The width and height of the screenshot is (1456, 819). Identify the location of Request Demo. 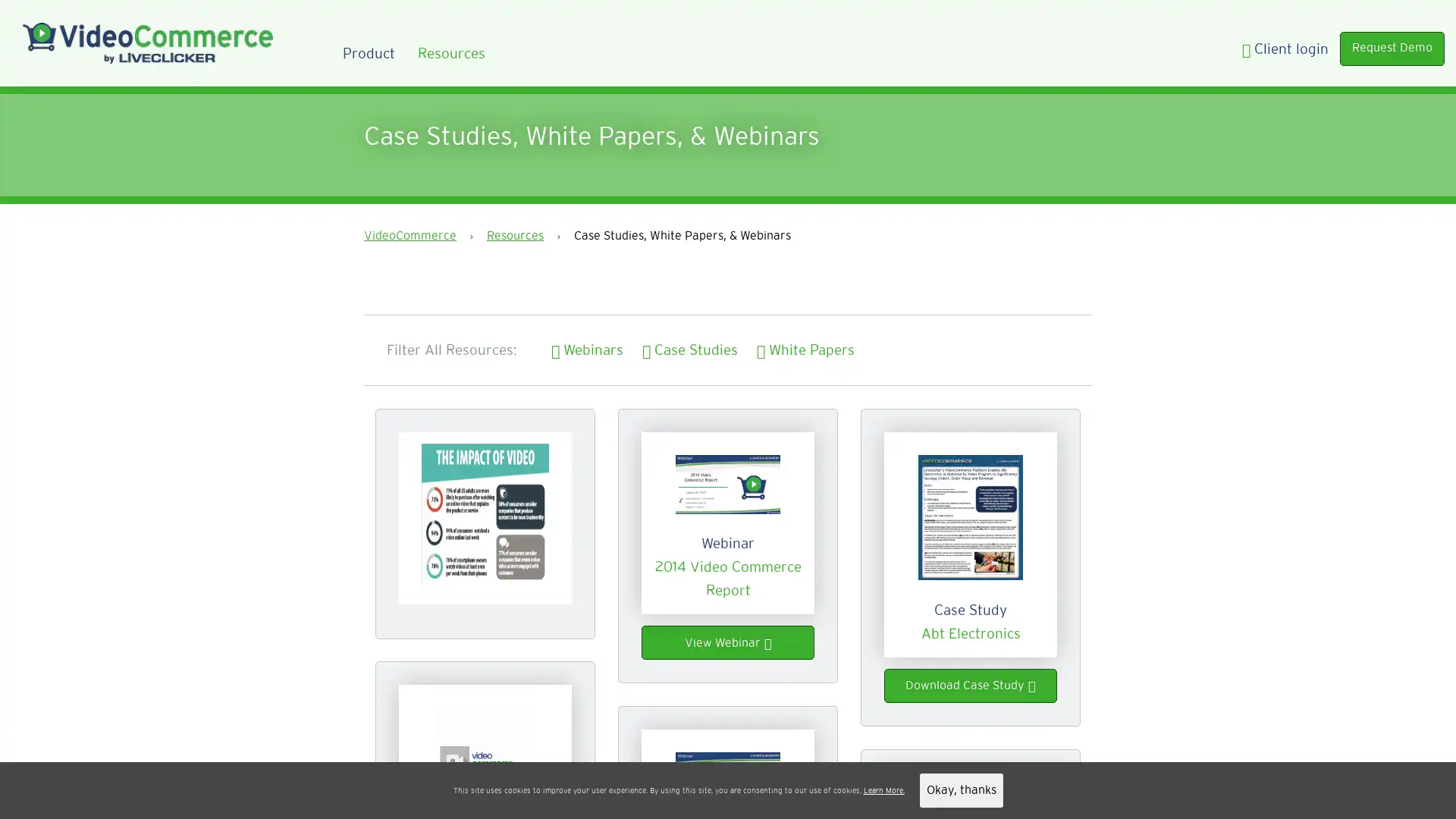
(1392, 47).